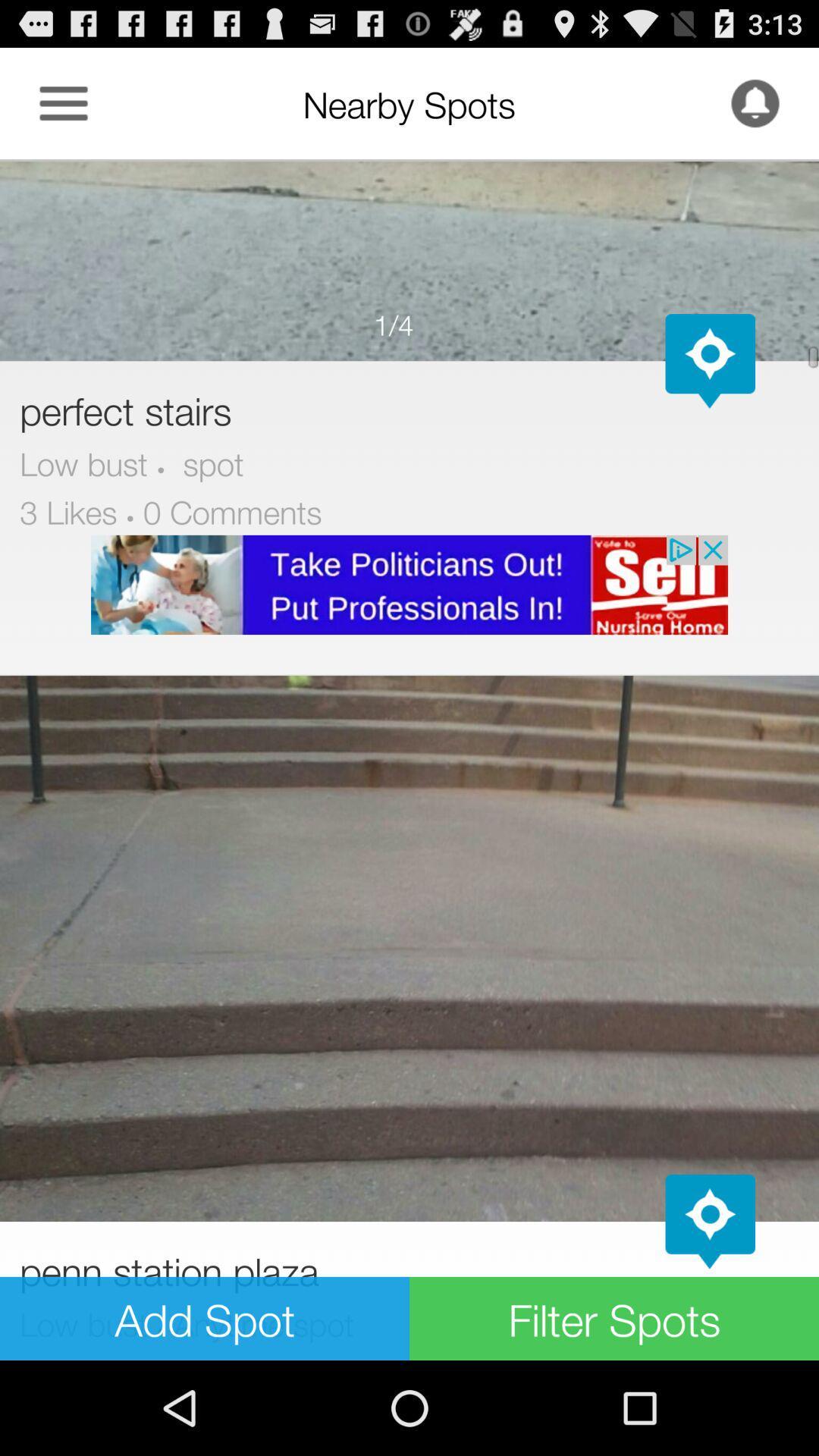  I want to click on the menu icon, so click(63, 110).